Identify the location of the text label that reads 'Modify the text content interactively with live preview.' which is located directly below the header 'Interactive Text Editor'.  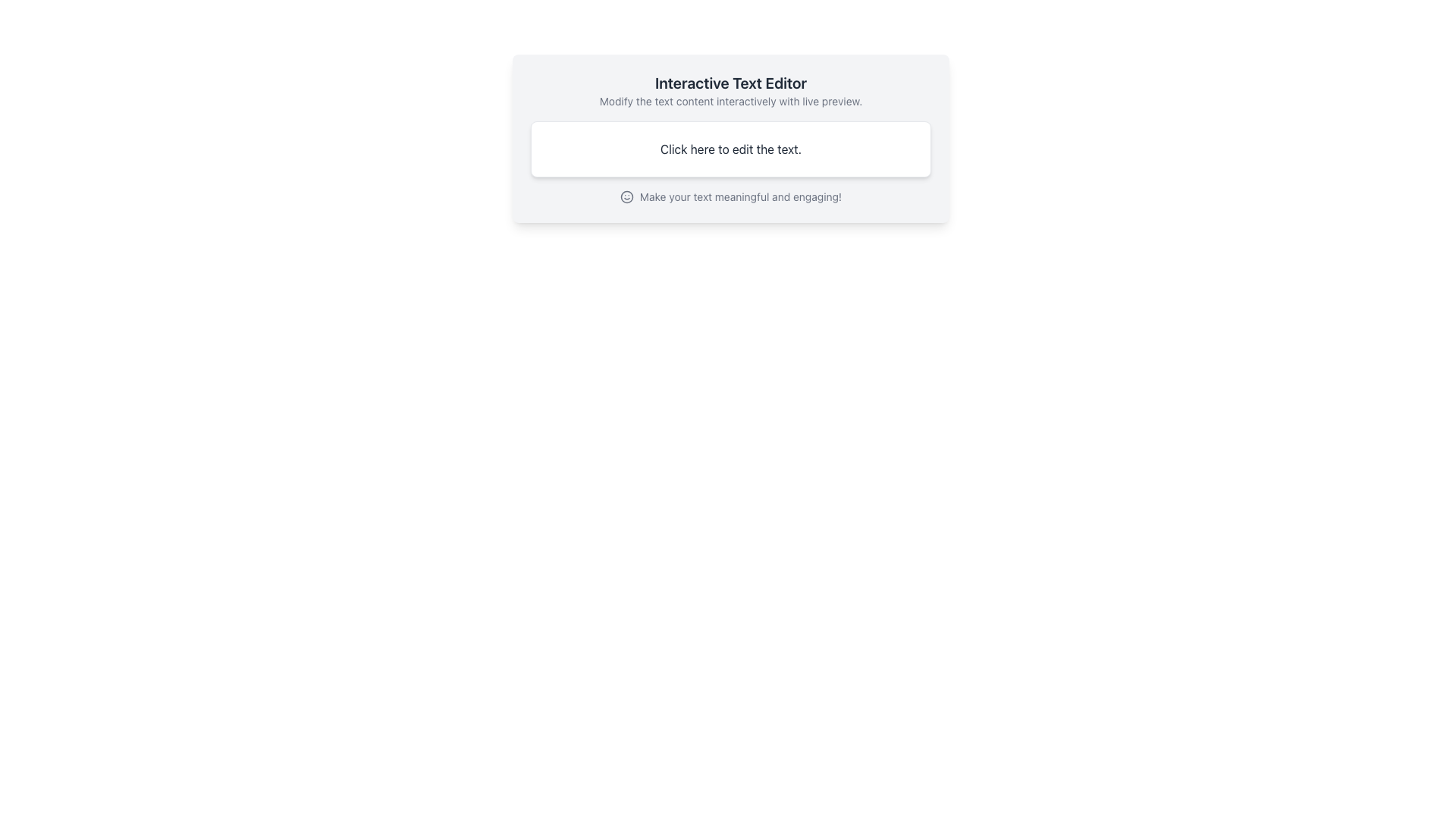
(731, 102).